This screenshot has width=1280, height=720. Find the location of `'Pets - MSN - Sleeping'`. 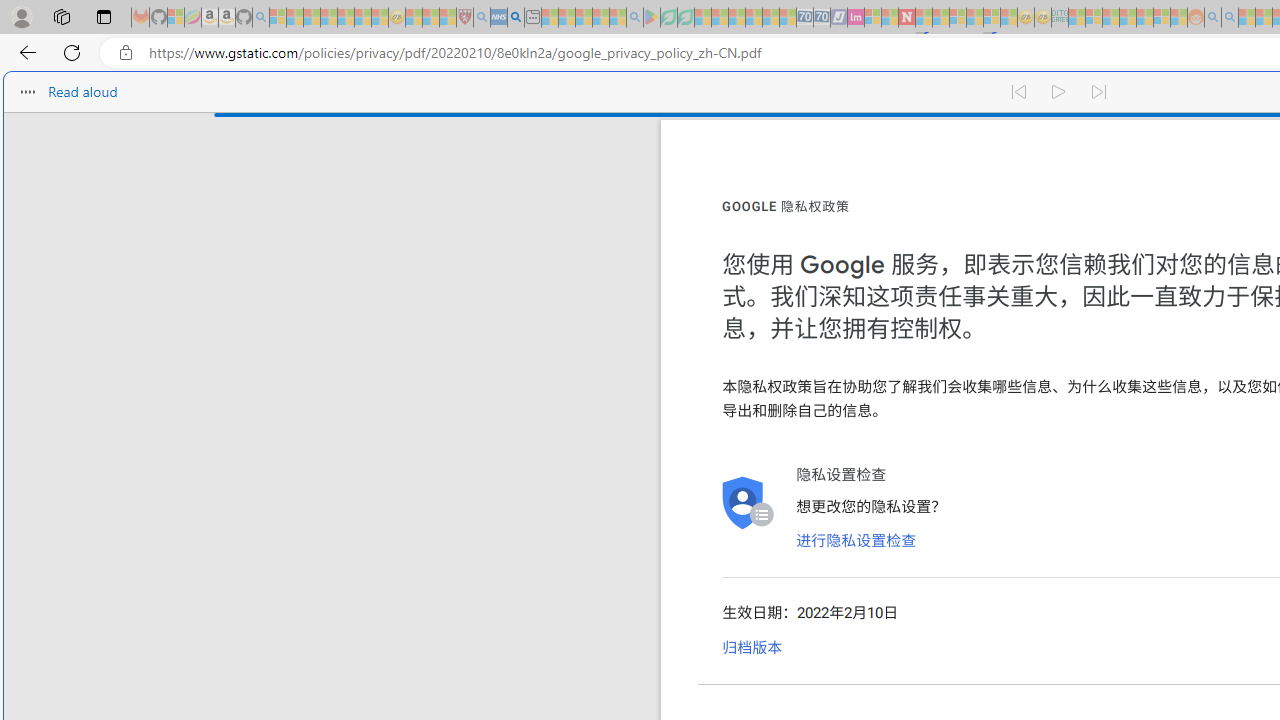

'Pets - MSN - Sleeping' is located at coordinates (599, 17).